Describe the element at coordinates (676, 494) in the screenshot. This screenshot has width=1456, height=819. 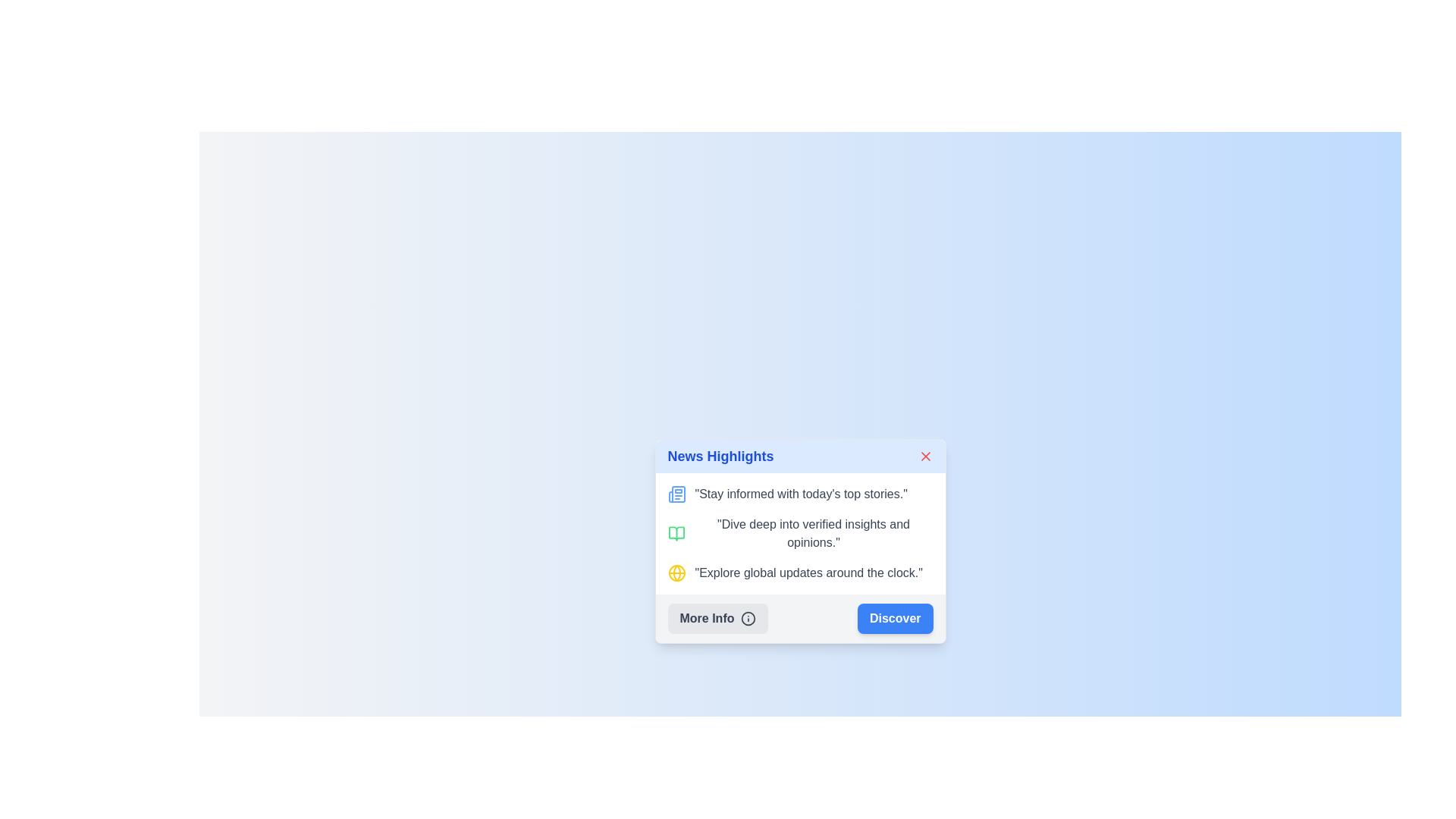
I see `the 'Stay informed with today's top stories' notification icon in the 'News Highlights' section` at that location.